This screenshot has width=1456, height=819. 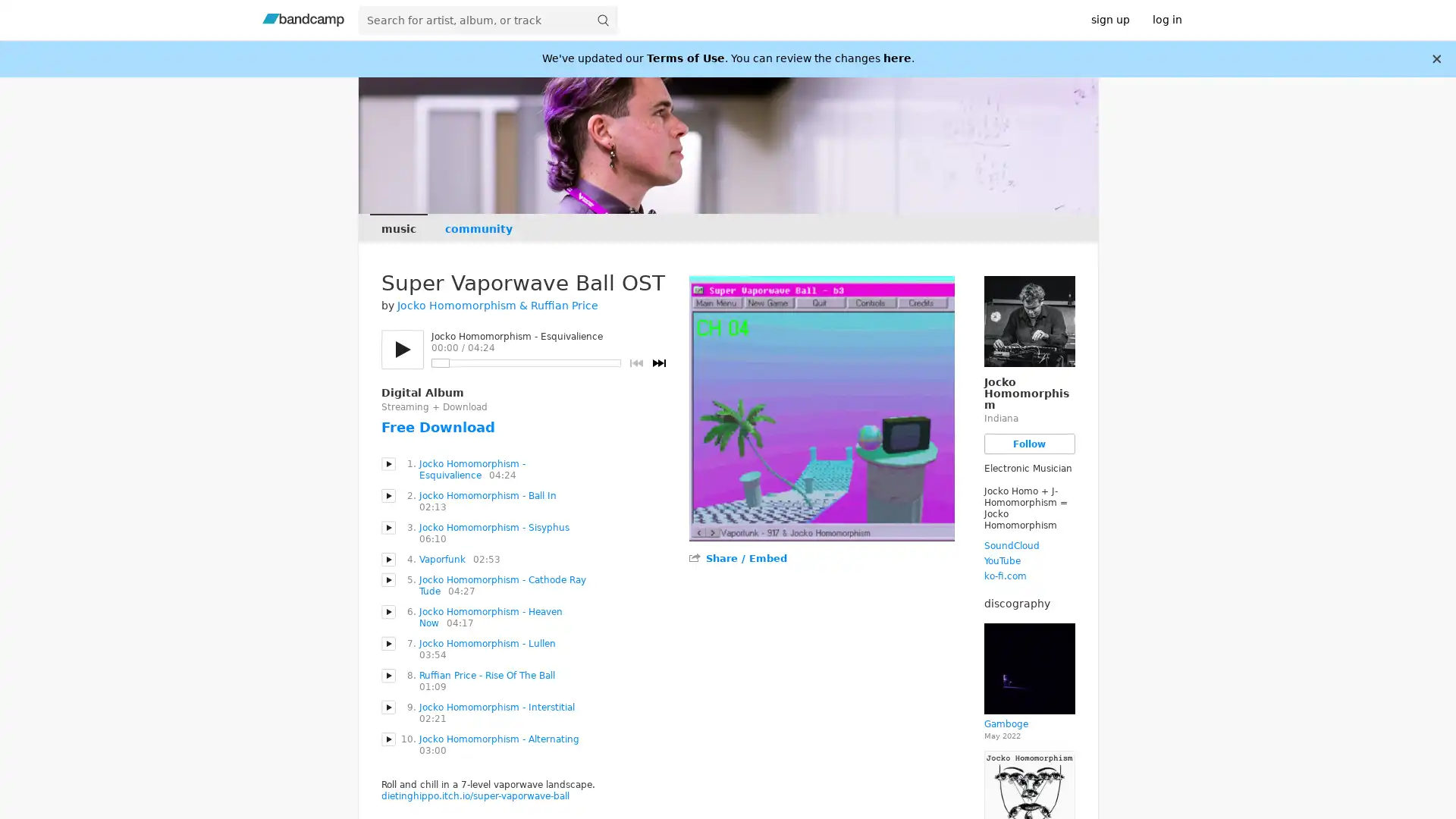 What do you see at coordinates (422, 391) in the screenshot?
I see `Digital Album` at bounding box center [422, 391].